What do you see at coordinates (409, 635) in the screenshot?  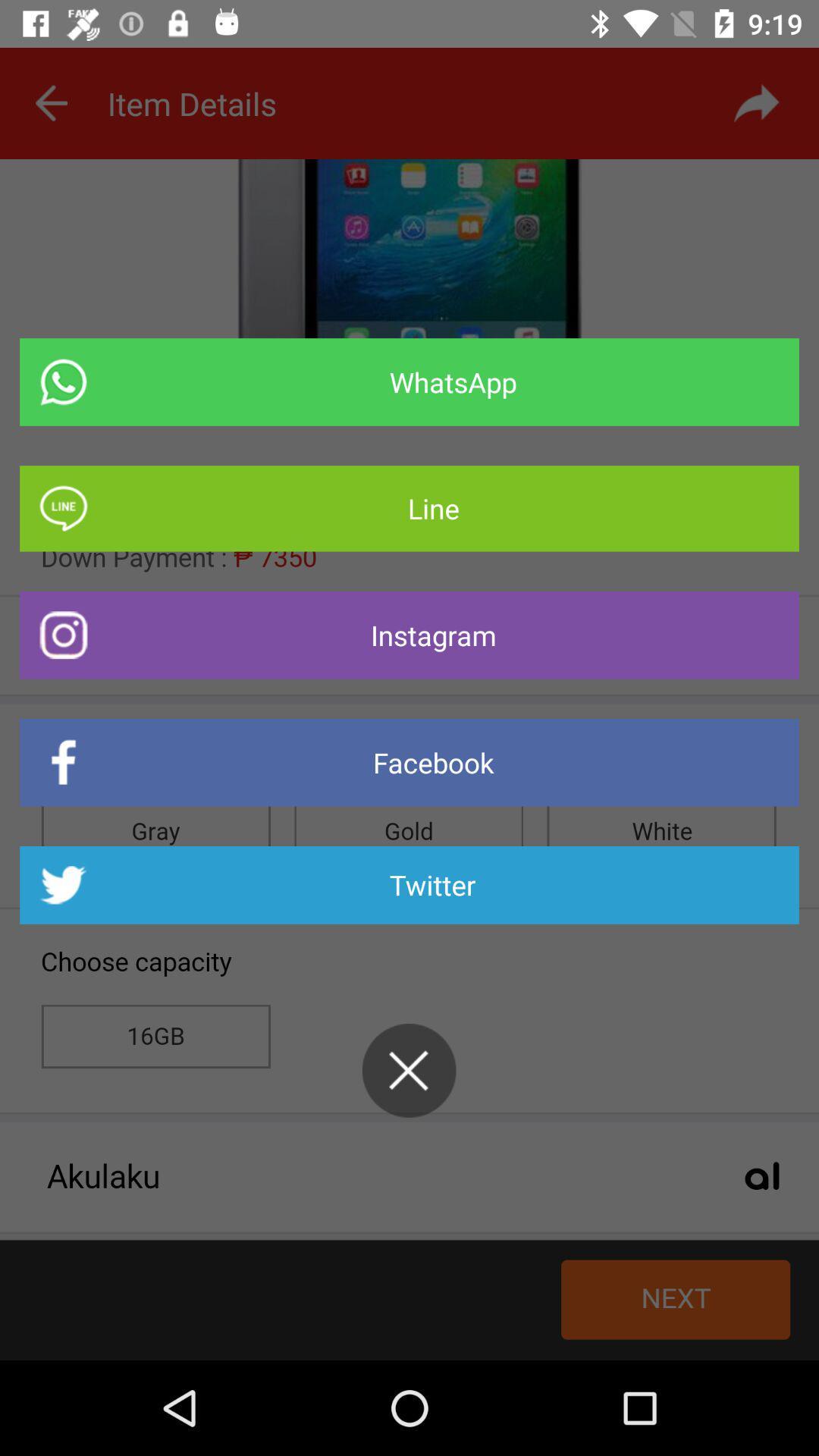 I see `the item above the facebook item` at bounding box center [409, 635].